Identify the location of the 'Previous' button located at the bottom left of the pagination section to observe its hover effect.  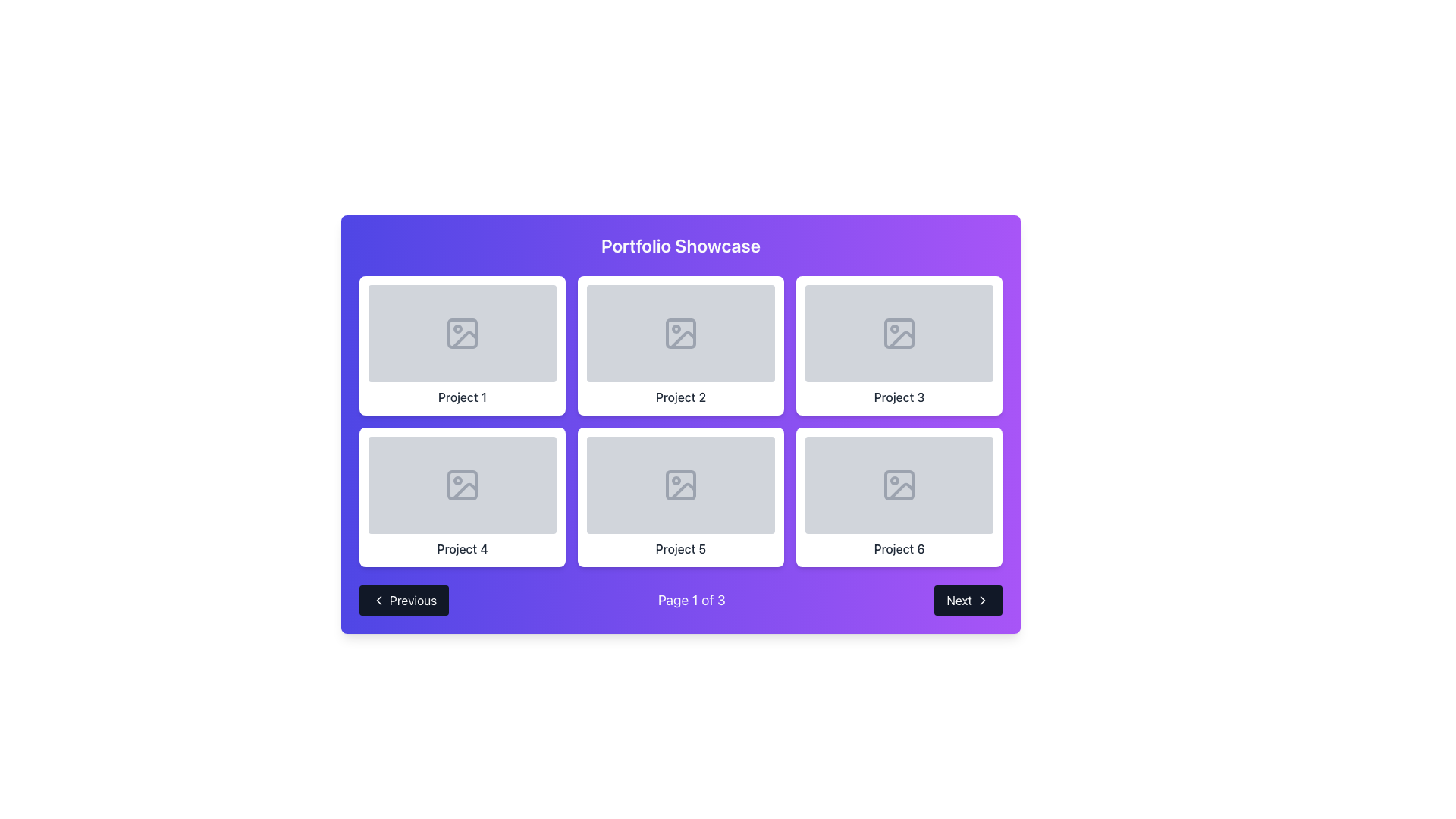
(404, 599).